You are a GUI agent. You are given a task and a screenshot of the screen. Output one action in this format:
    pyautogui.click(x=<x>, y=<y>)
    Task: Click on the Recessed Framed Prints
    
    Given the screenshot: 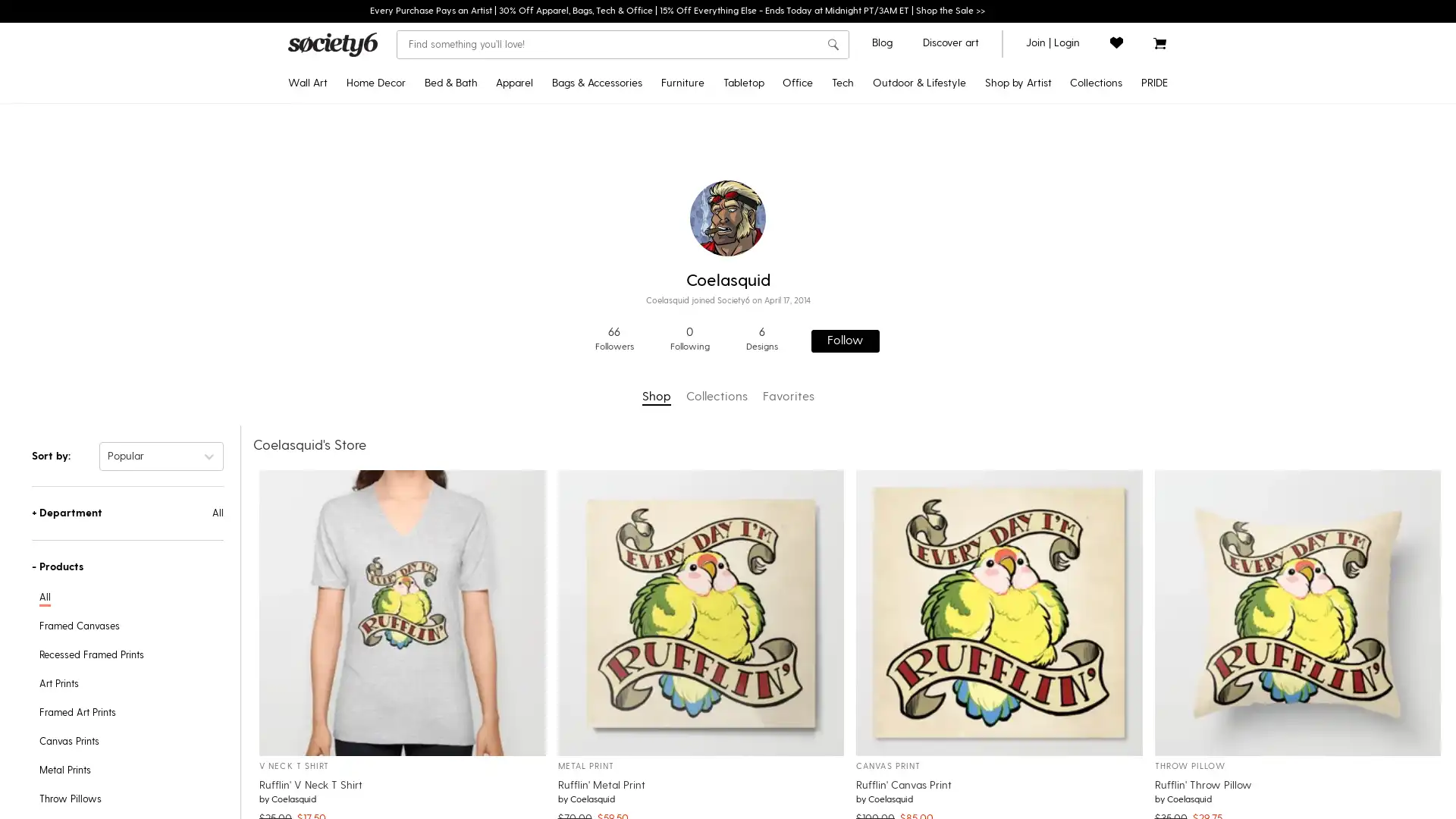 What is the action you would take?
    pyautogui.click(x=356, y=170)
    